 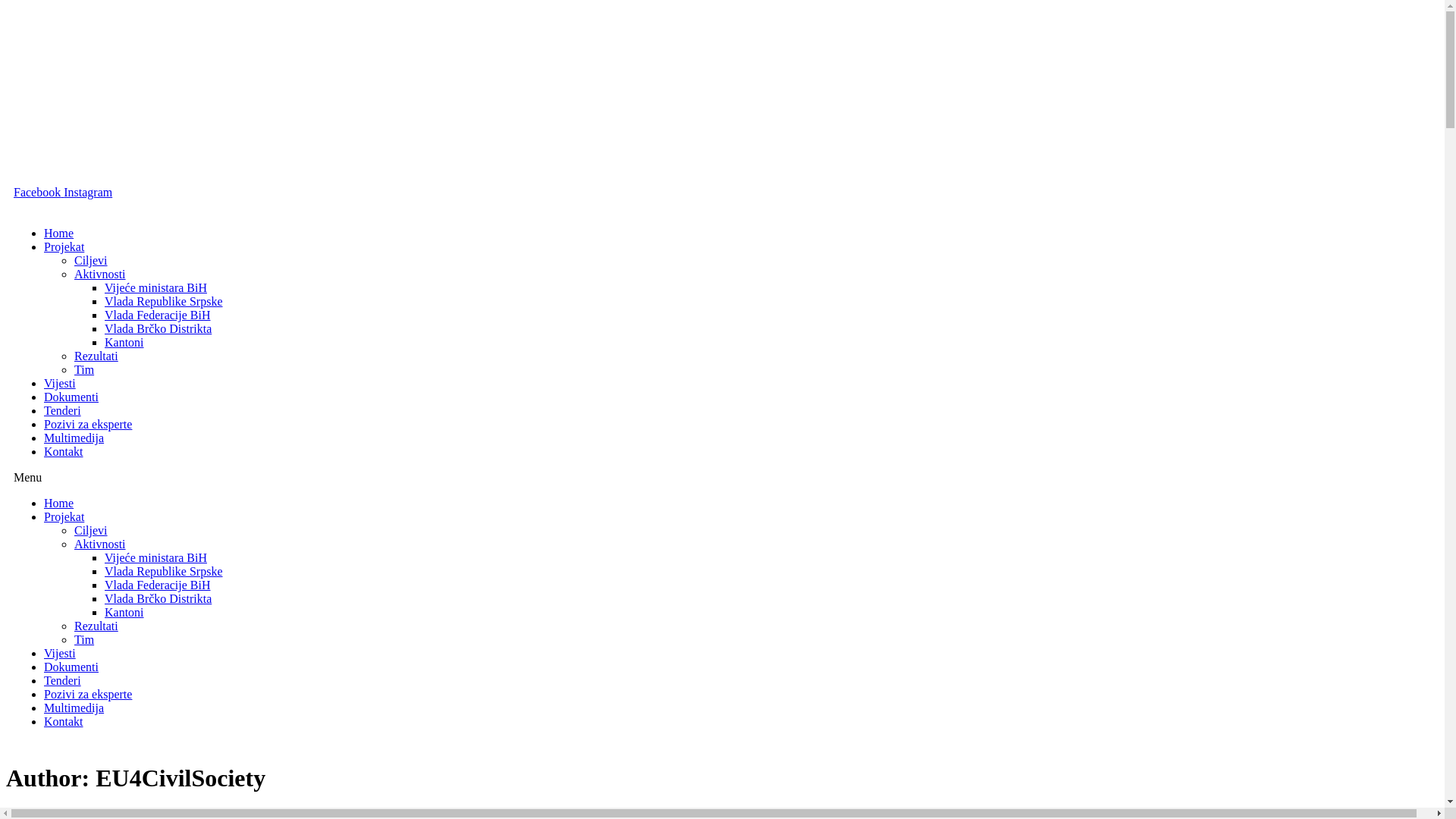 I want to click on 'Vijesti', so click(x=43, y=652).